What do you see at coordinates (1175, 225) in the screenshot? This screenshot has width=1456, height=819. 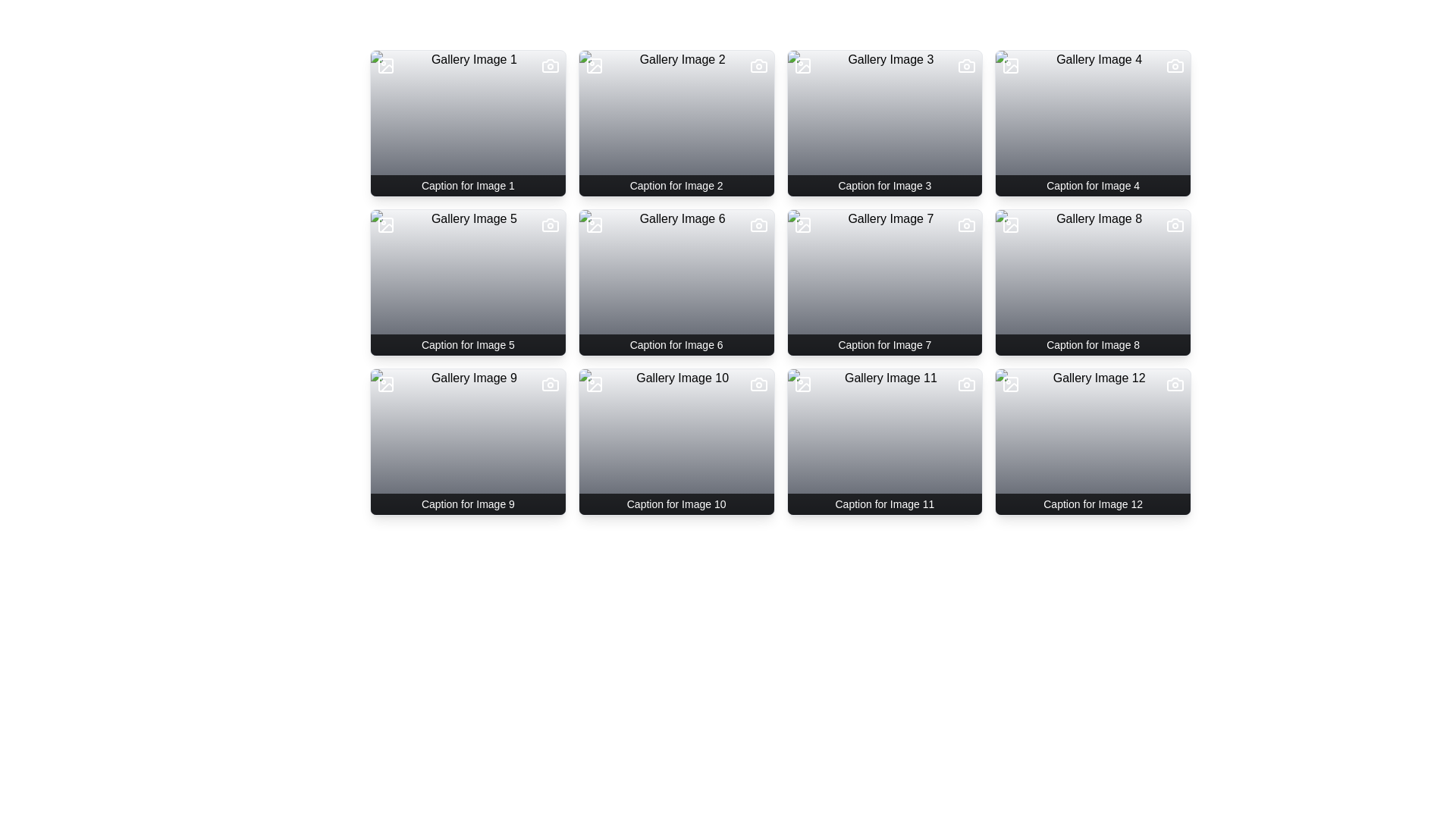 I see `the Icon element located in the top-right corner of the tile labeled 'Gallery Image 8', which represents camera or image functionalities` at bounding box center [1175, 225].